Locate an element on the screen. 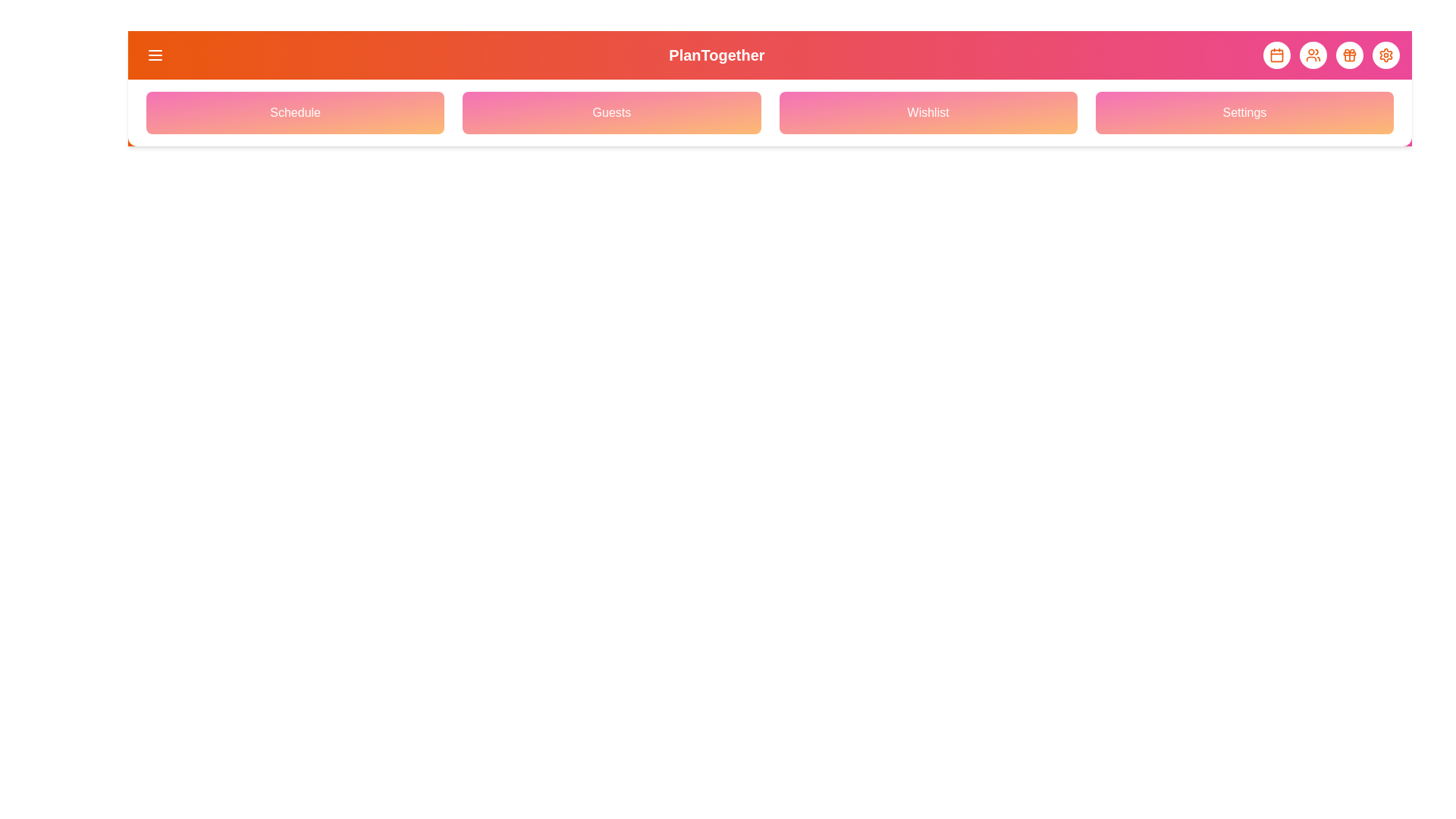 The width and height of the screenshot is (1456, 819). the navigation menu option Wishlist is located at coordinates (927, 112).